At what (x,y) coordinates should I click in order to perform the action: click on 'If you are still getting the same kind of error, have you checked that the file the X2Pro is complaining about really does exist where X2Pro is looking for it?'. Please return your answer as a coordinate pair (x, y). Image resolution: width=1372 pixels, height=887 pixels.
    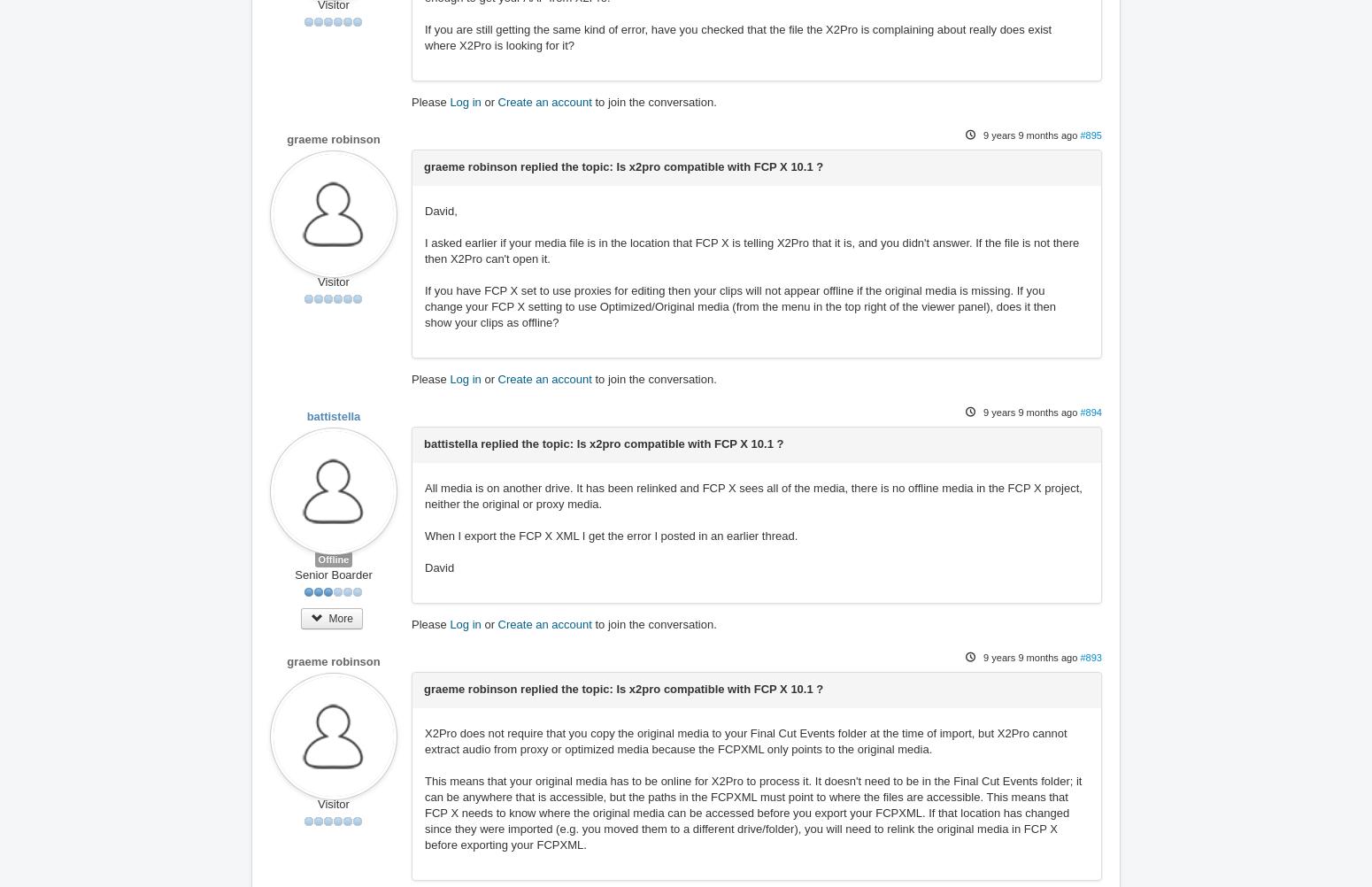
    Looking at the image, I should click on (737, 37).